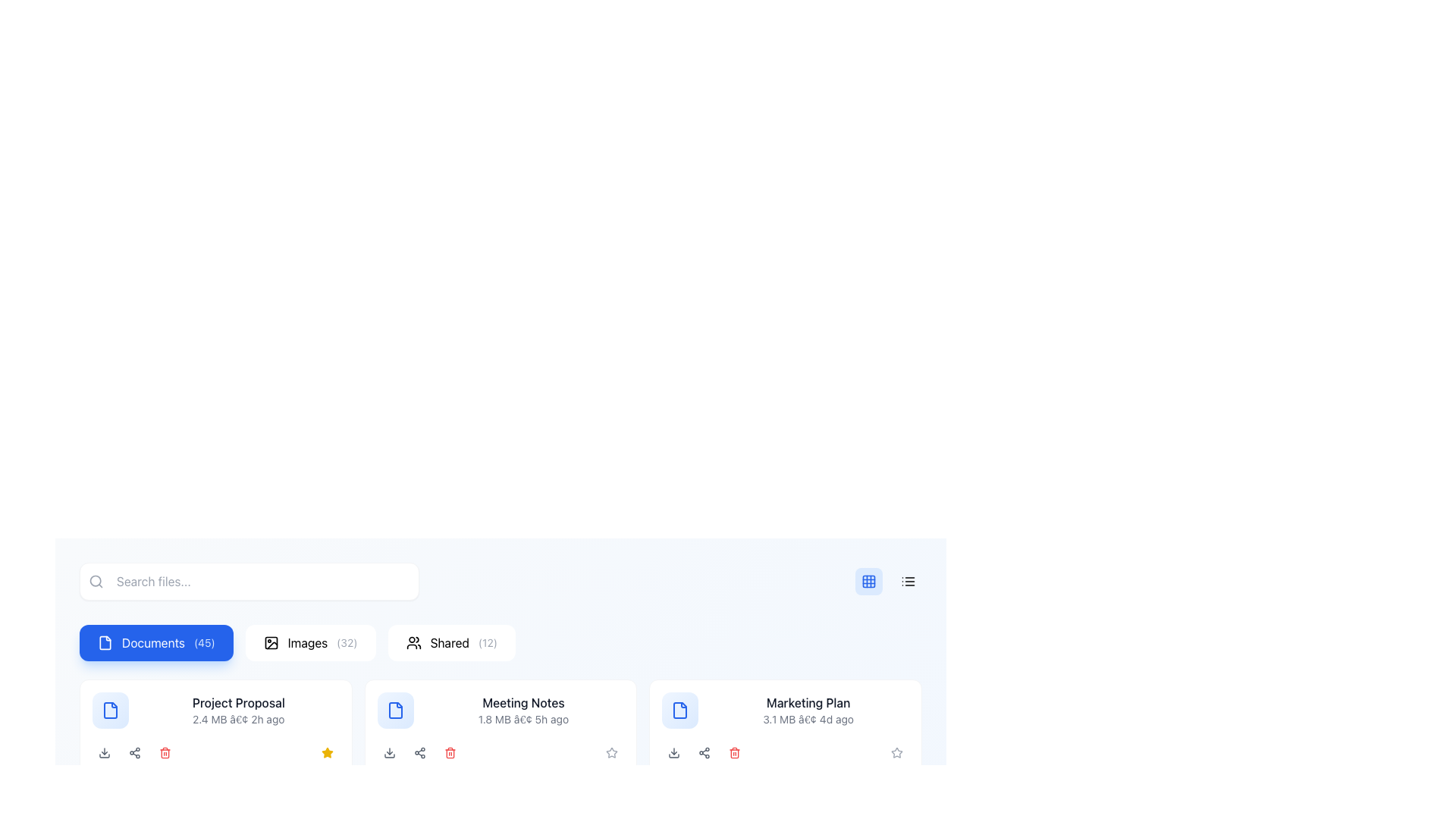 Image resolution: width=1456 pixels, height=819 pixels. I want to click on displayed text from the text label with metadata located under the second column in the row of files, immediately to the right of the document icon, so click(237, 711).